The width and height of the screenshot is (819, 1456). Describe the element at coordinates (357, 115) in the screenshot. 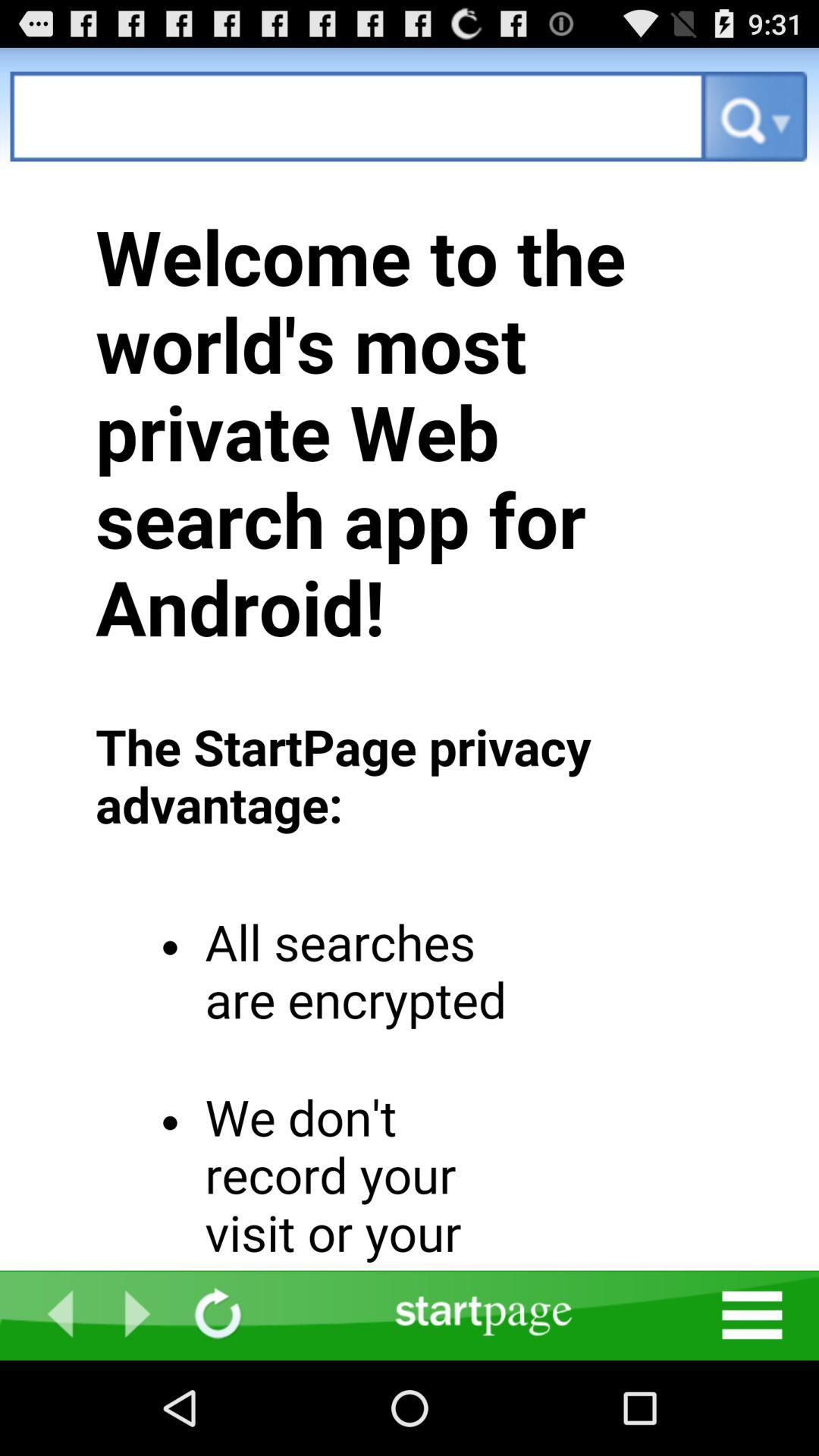

I see `search page` at that location.